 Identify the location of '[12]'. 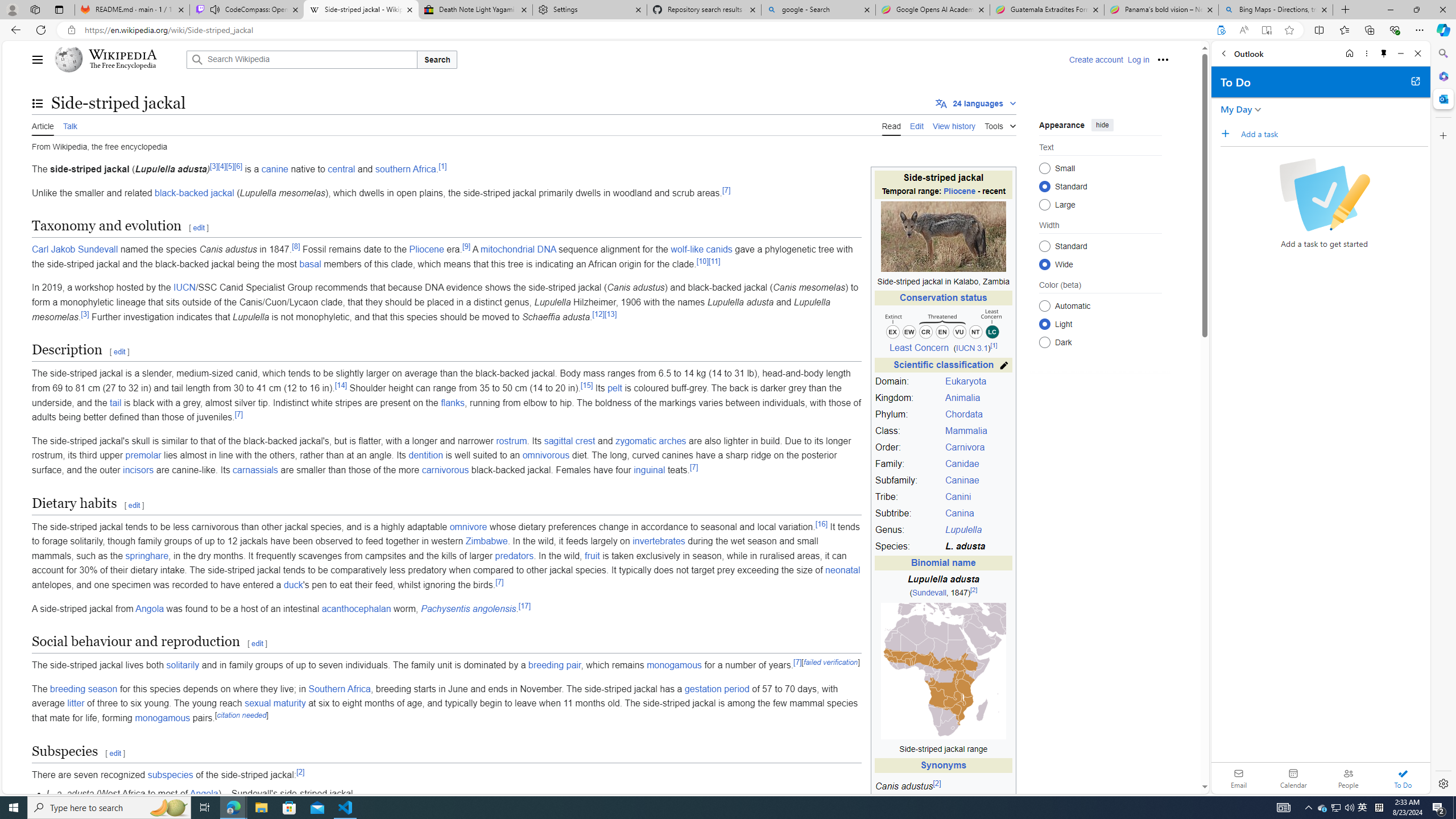
(598, 313).